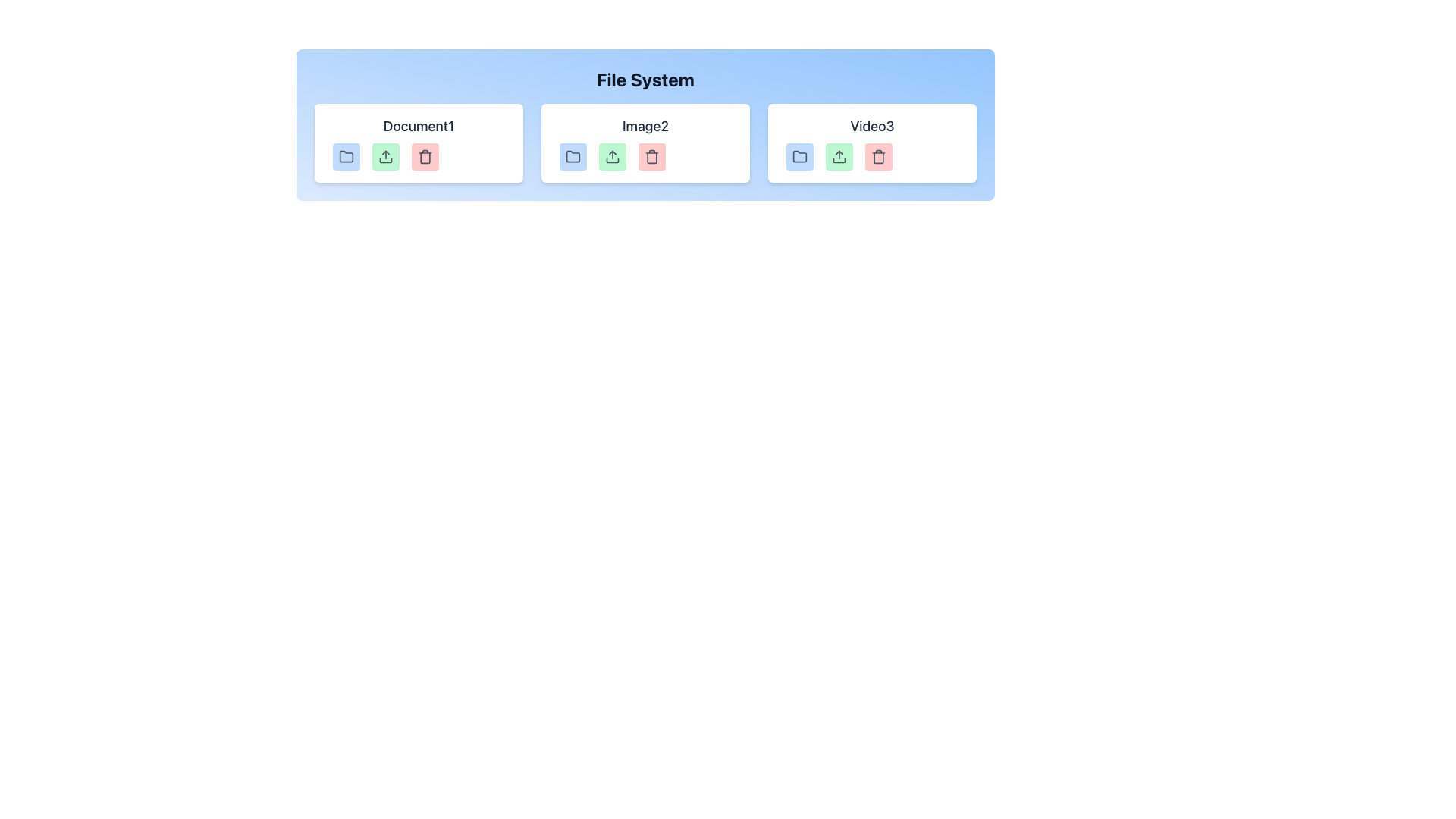 The height and width of the screenshot is (819, 1456). I want to click on the folder icon located, so click(345, 155).